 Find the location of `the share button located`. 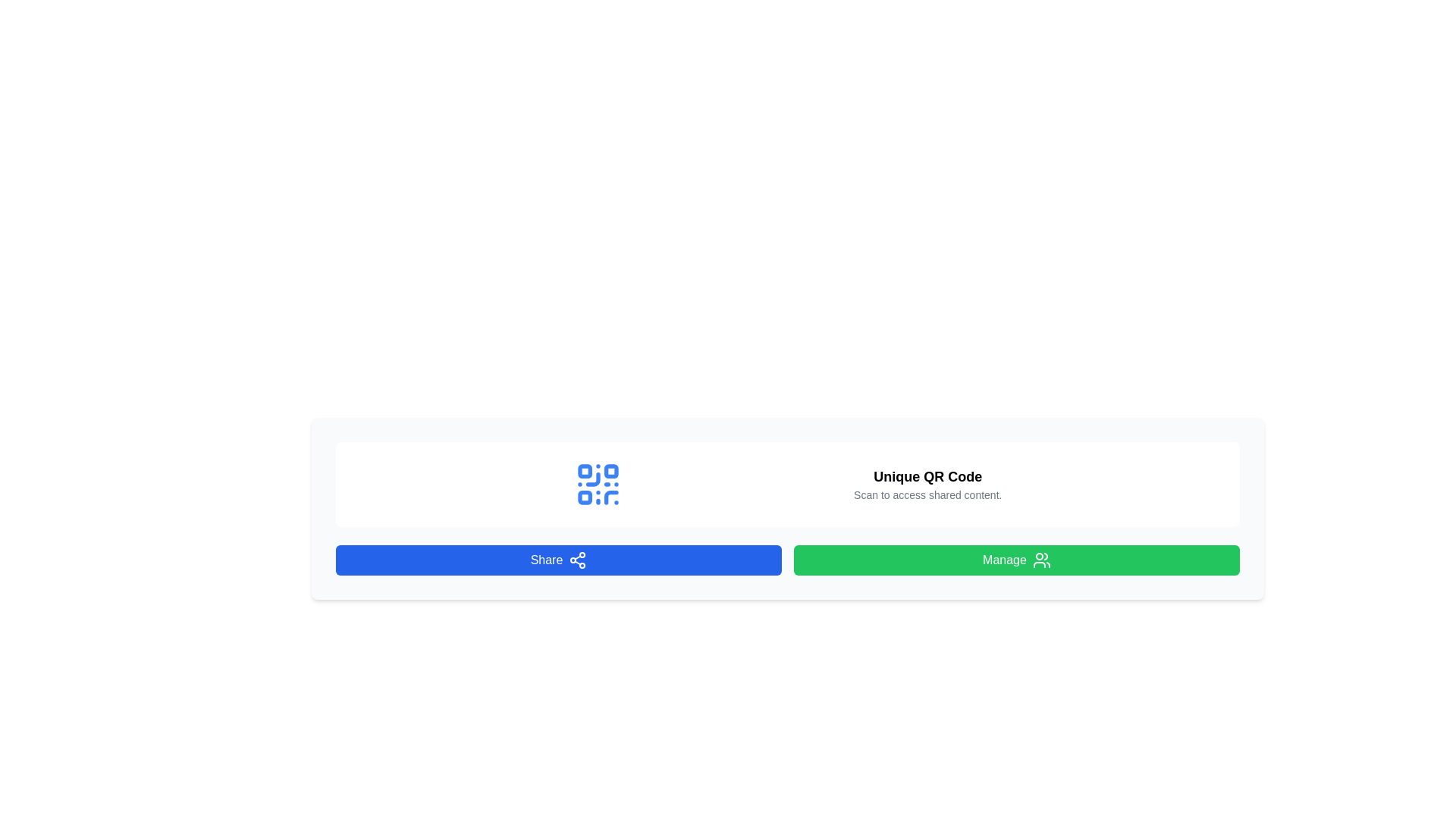

the share button located is located at coordinates (558, 560).